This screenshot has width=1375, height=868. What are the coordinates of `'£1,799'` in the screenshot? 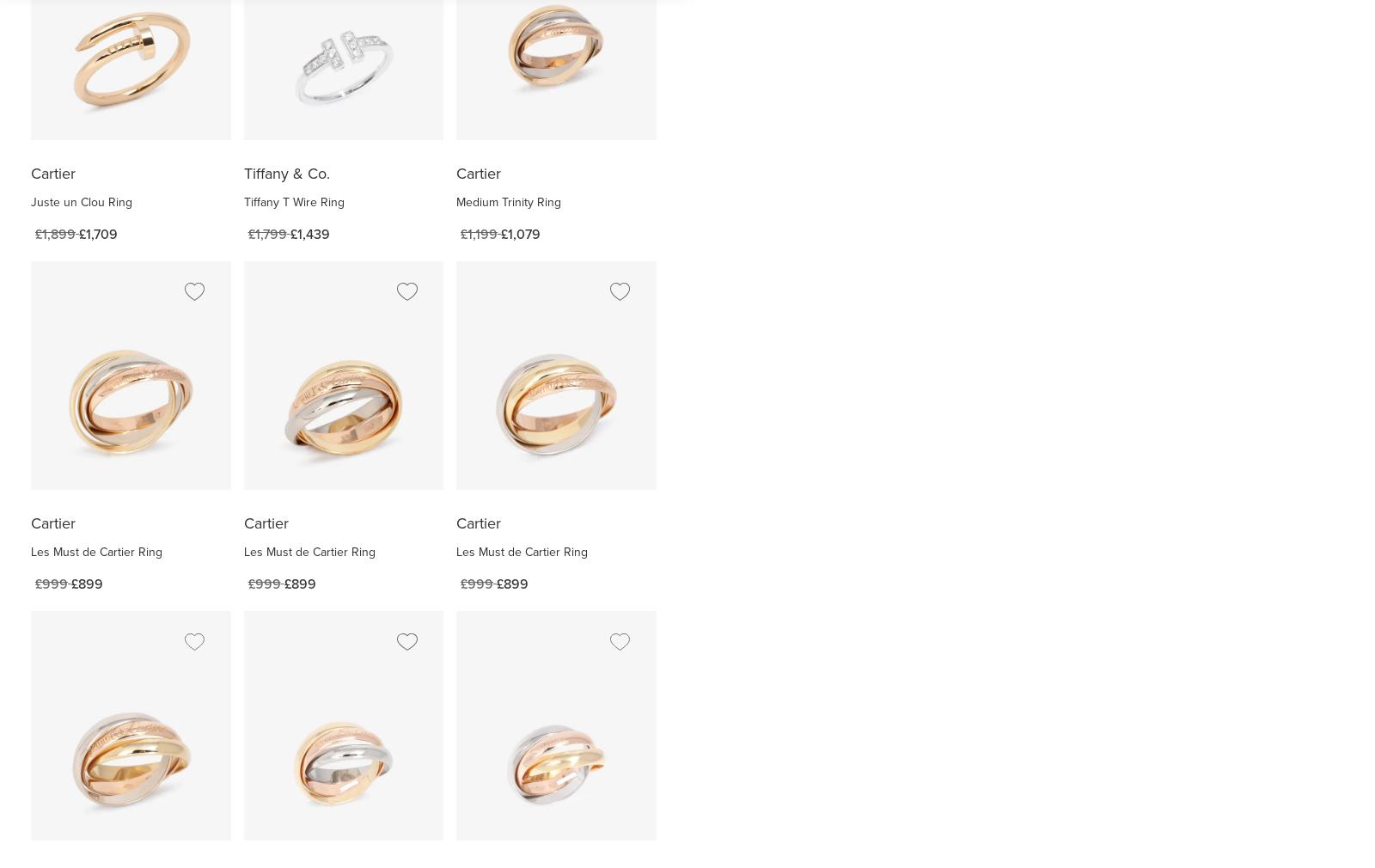 It's located at (266, 233).